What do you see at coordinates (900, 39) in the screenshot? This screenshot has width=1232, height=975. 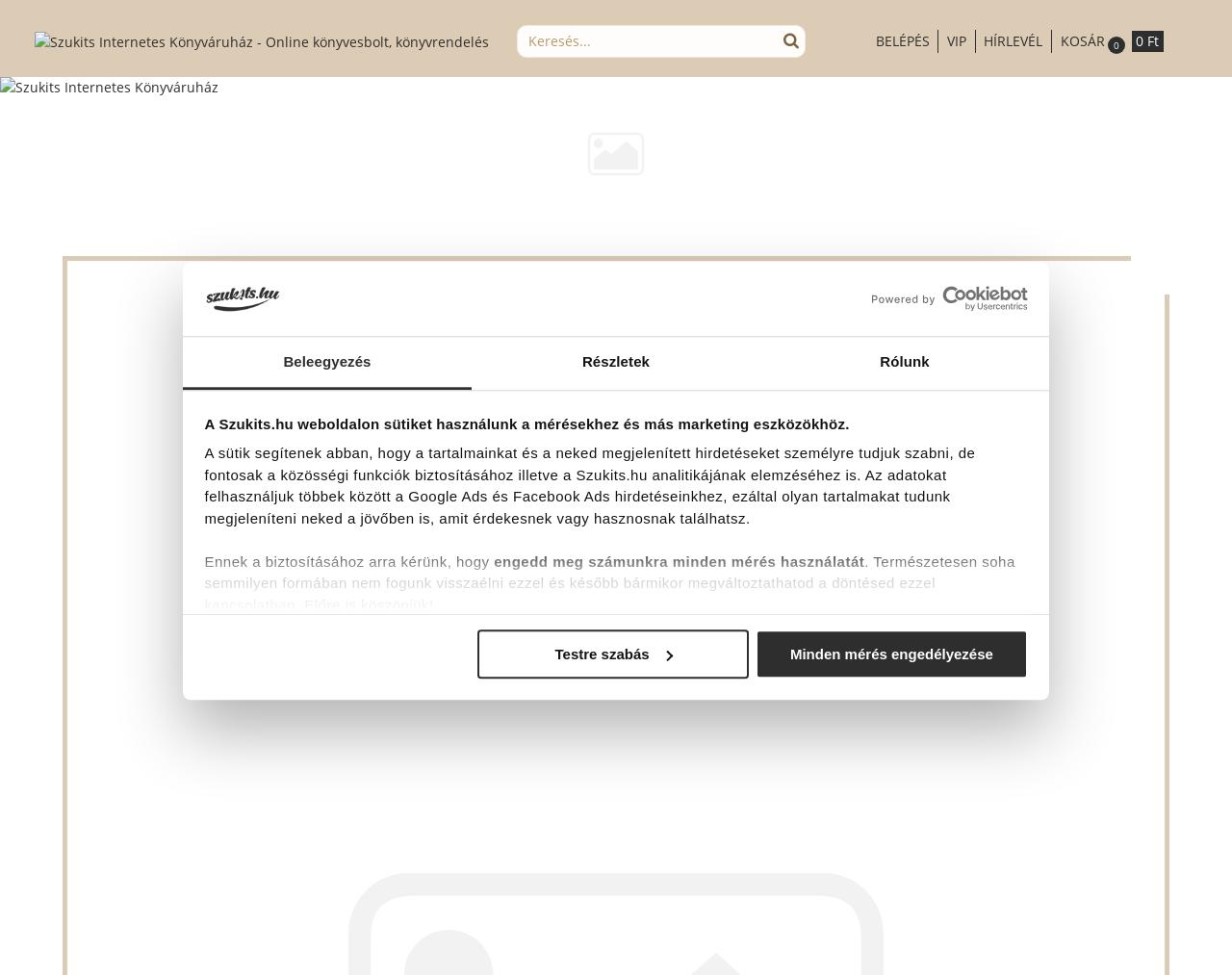 I see `'Belépés'` at bounding box center [900, 39].